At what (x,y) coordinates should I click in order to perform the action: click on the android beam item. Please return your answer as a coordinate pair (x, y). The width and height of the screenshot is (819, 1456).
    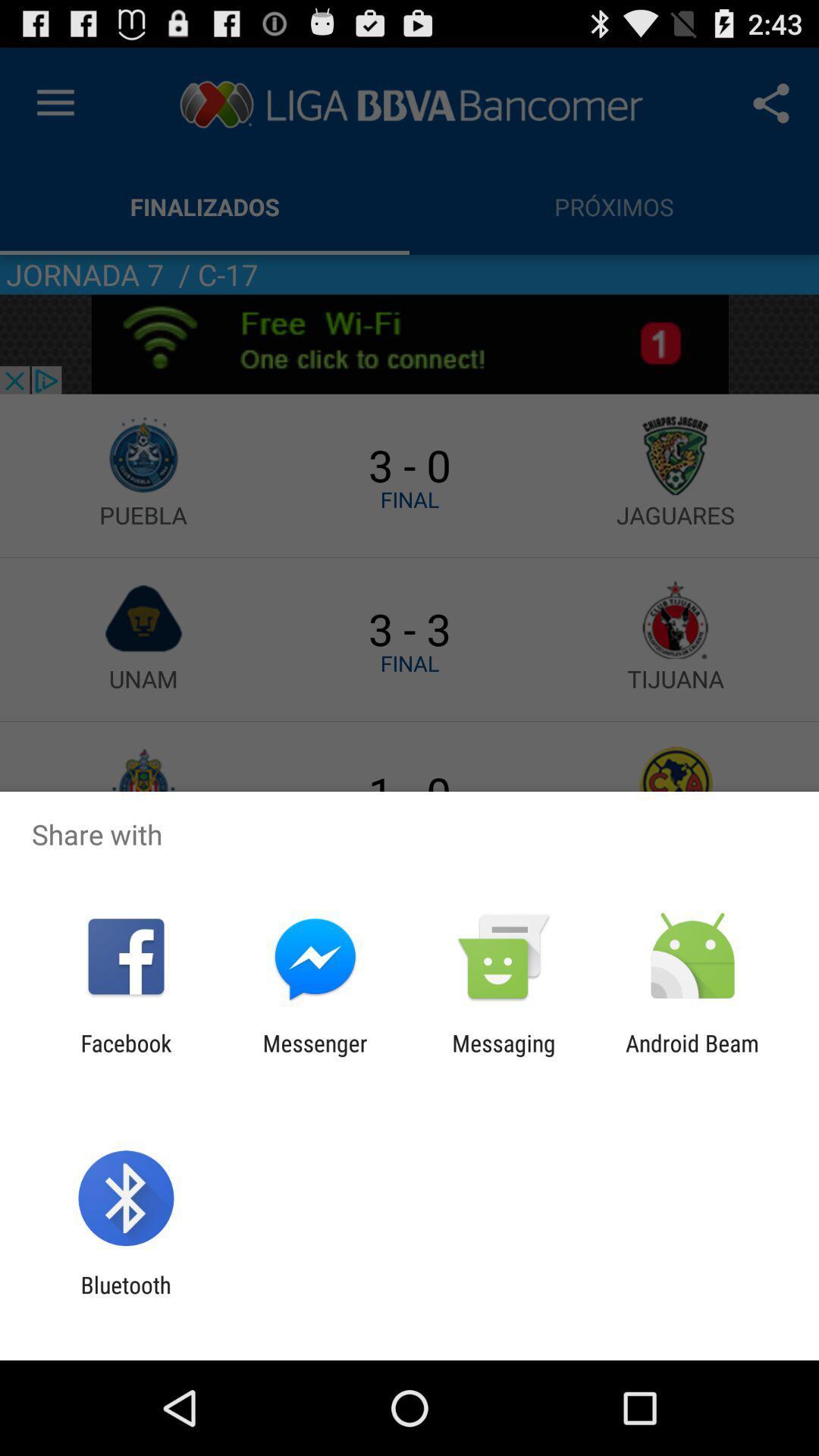
    Looking at the image, I should click on (692, 1056).